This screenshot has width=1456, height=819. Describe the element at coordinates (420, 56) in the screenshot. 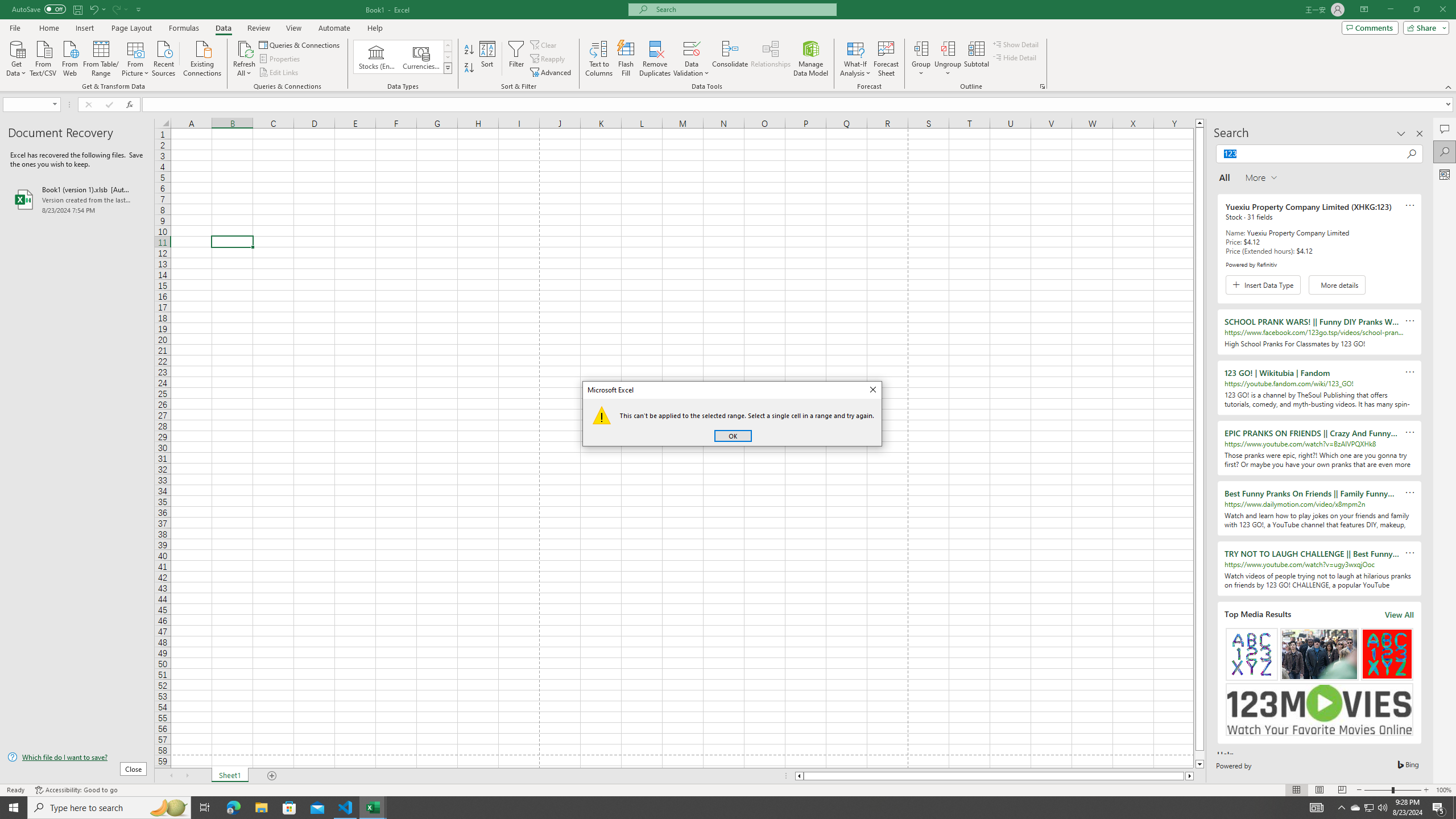

I see `'Currencies (English)'` at that location.